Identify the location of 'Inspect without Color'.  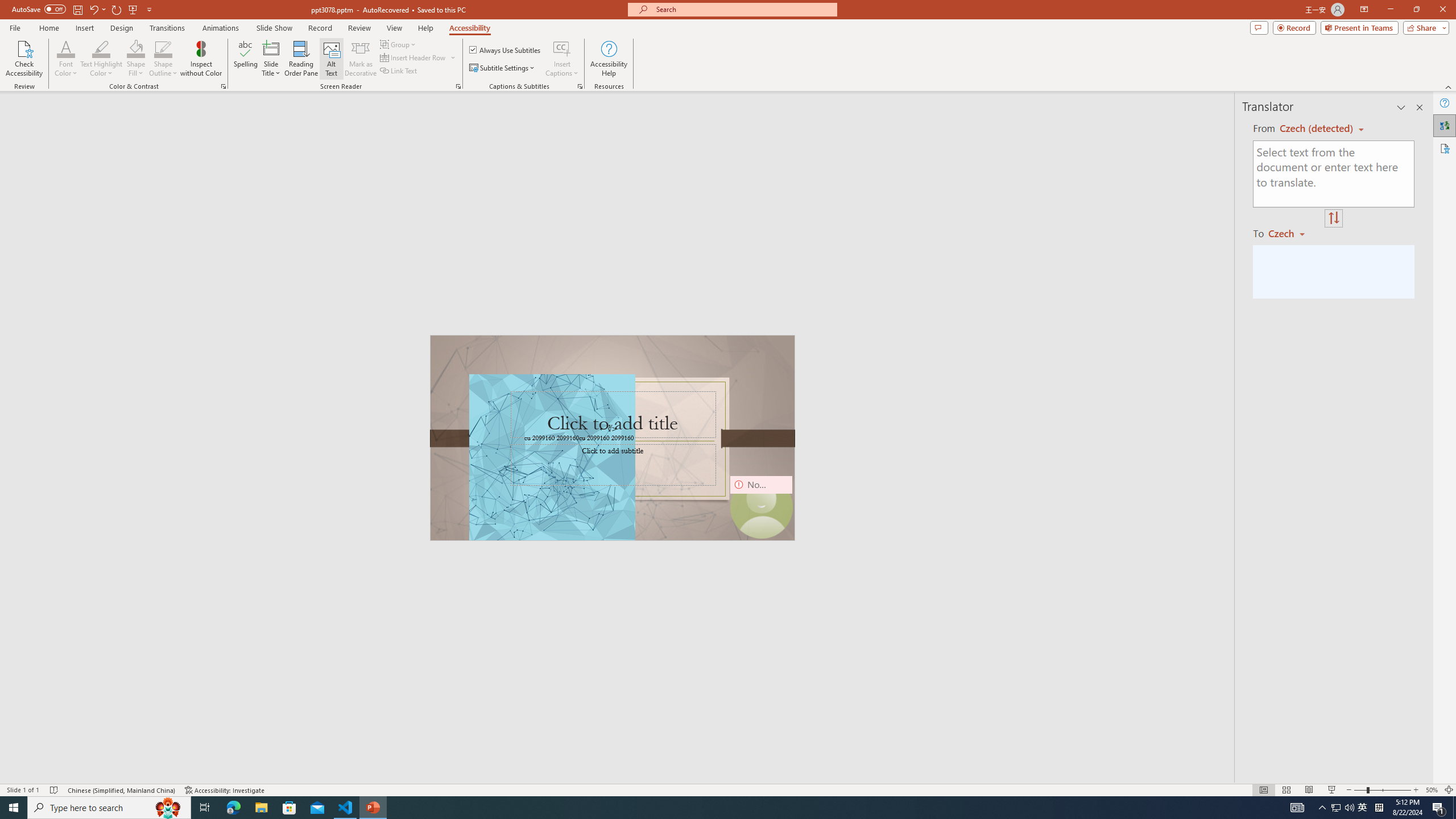
(201, 59).